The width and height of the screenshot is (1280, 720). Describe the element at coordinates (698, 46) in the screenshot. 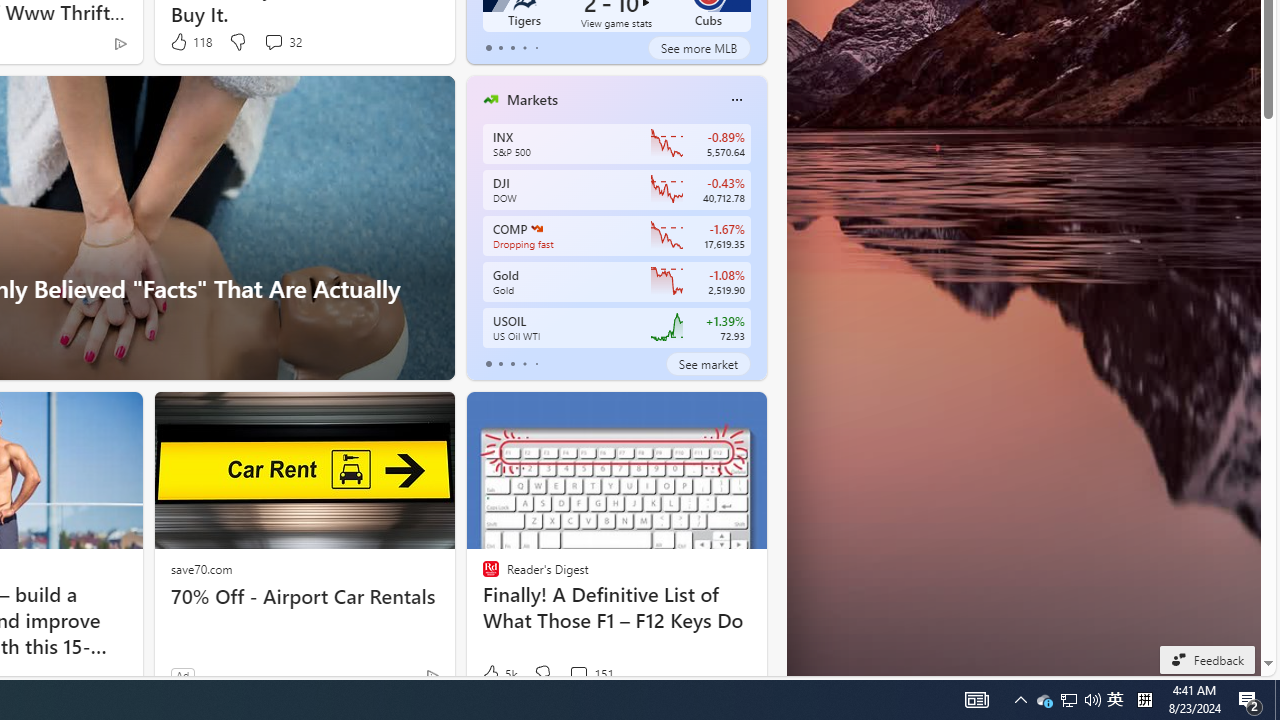

I see `'See more MLB'` at that location.